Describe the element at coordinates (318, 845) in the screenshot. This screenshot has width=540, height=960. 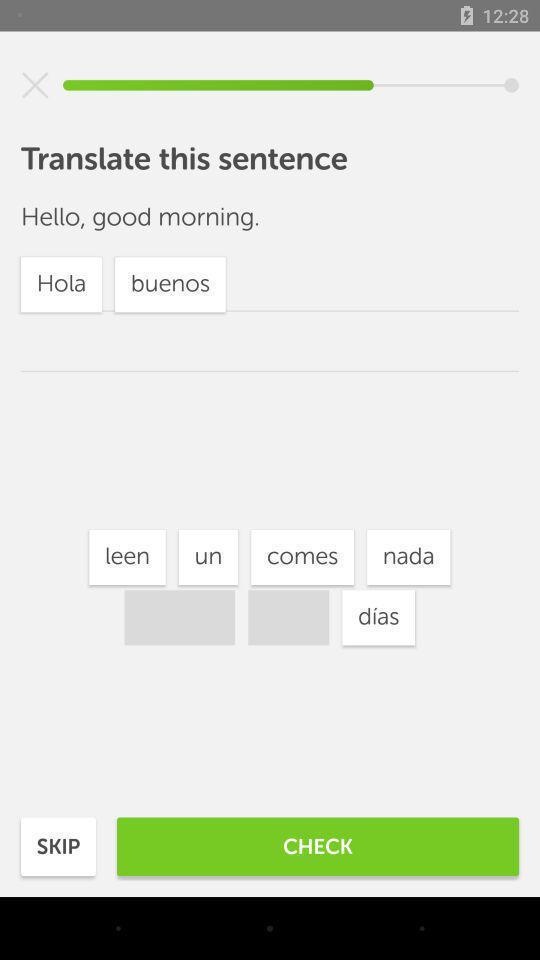
I see `the item next to the skip item` at that location.